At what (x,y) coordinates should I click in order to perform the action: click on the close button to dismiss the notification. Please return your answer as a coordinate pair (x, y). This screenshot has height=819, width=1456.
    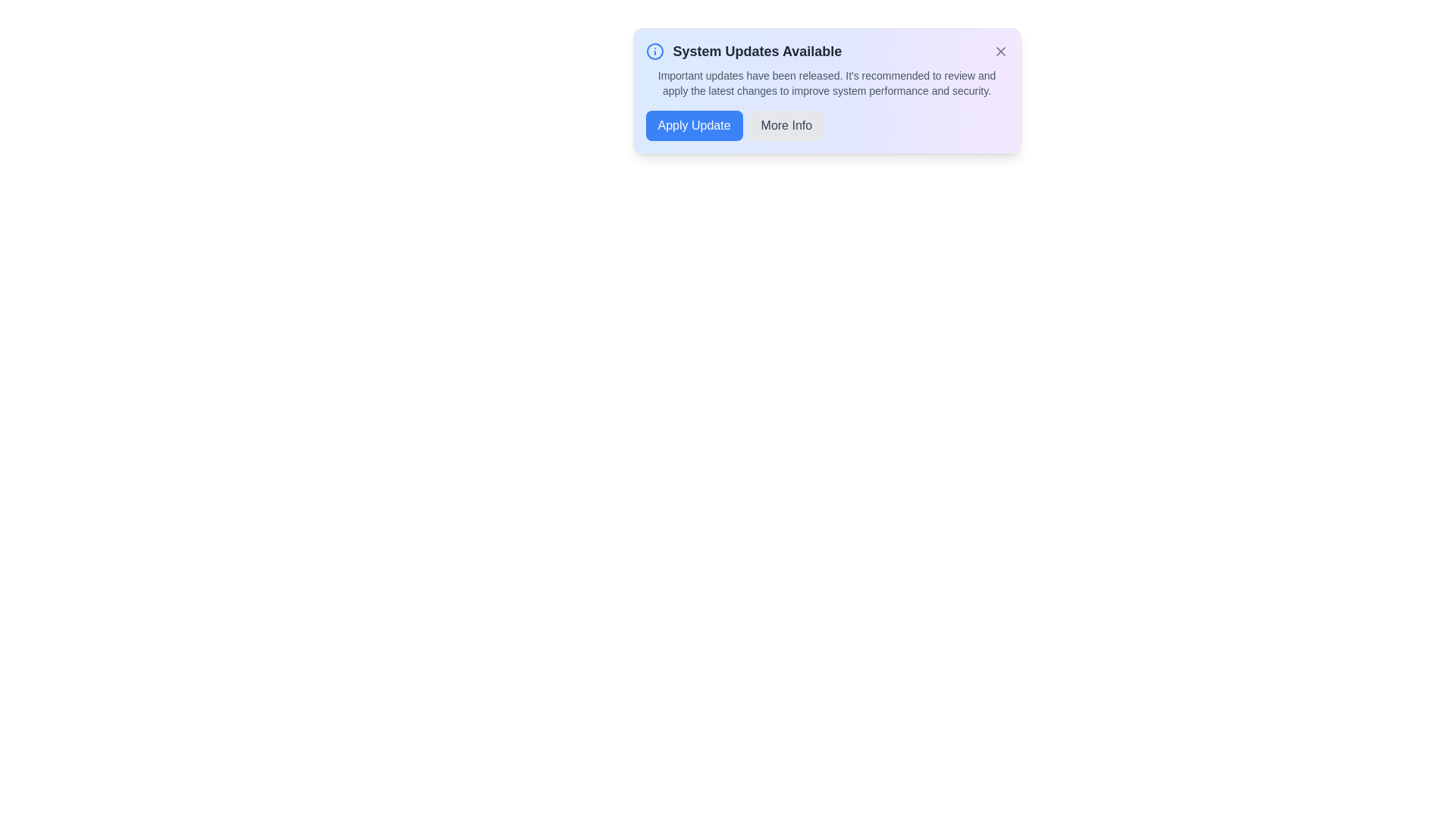
    Looking at the image, I should click on (1000, 51).